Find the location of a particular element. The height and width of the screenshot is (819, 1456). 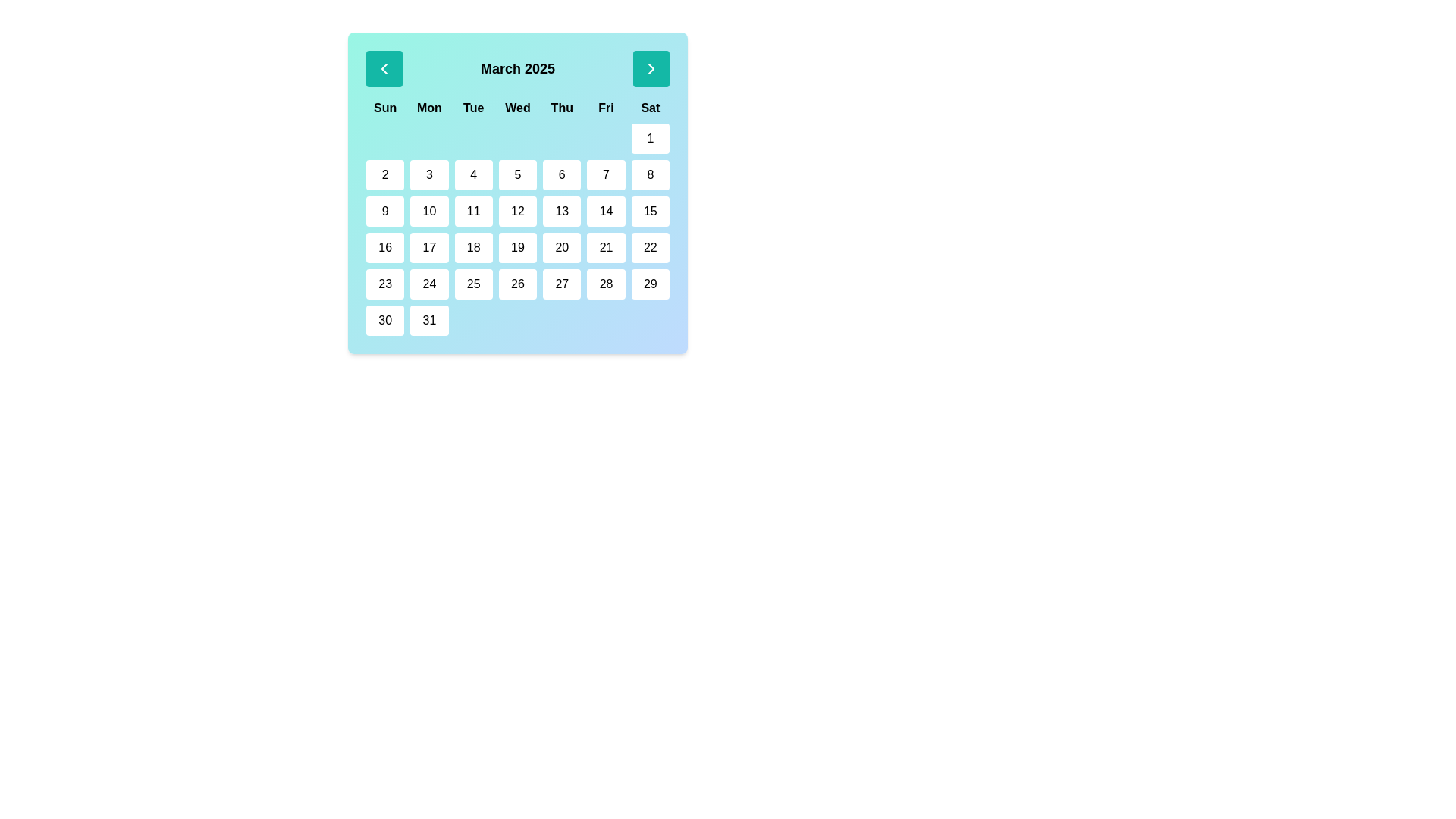

the rounded white button labeled '21' in the calendar for March 2025 is located at coordinates (605, 247).